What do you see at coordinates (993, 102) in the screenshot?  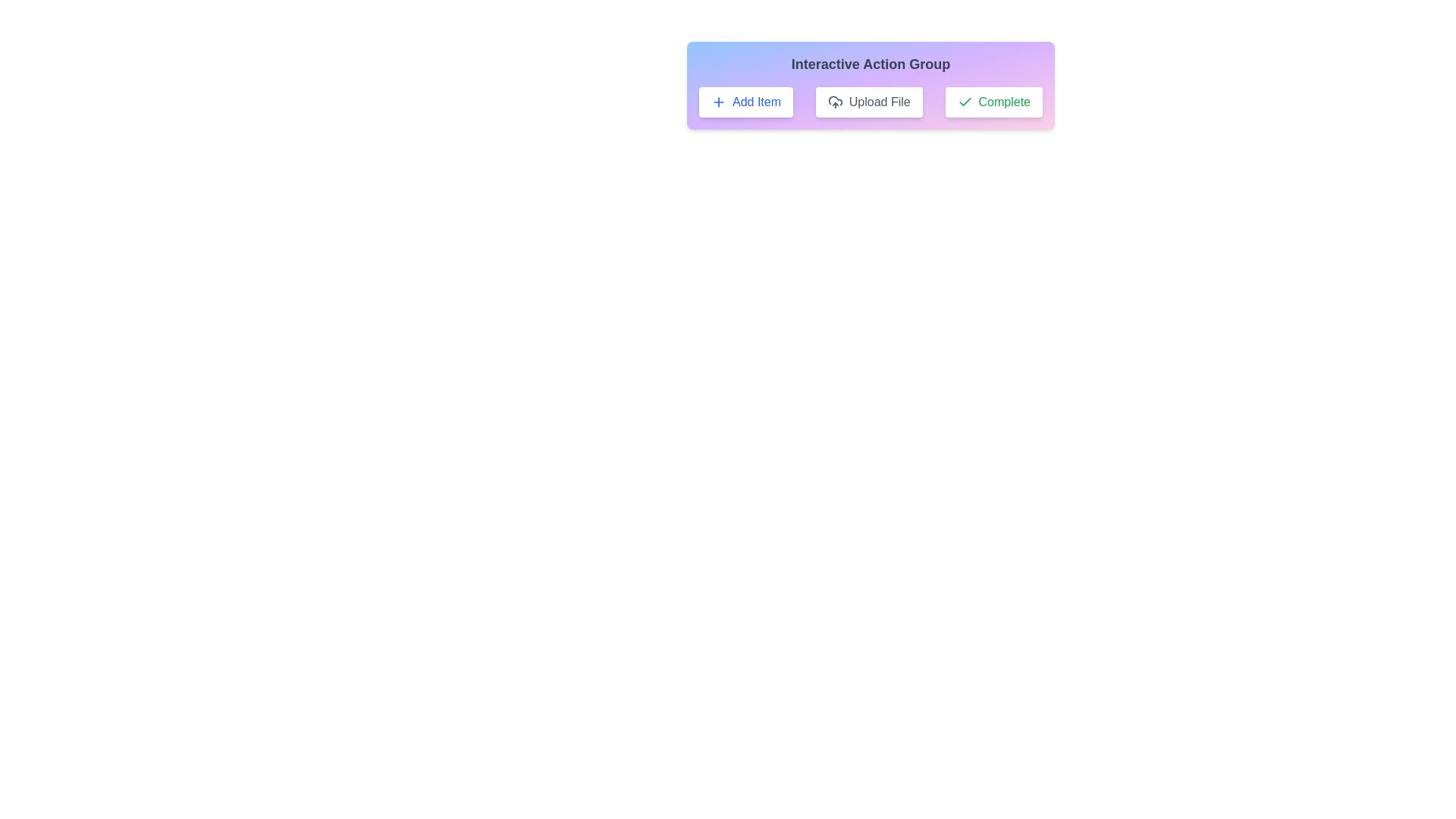 I see `the 'Complete' button with a white background and green text, located to the right of the 'Upload File' button in the 'Interactive Action Group' section` at bounding box center [993, 102].